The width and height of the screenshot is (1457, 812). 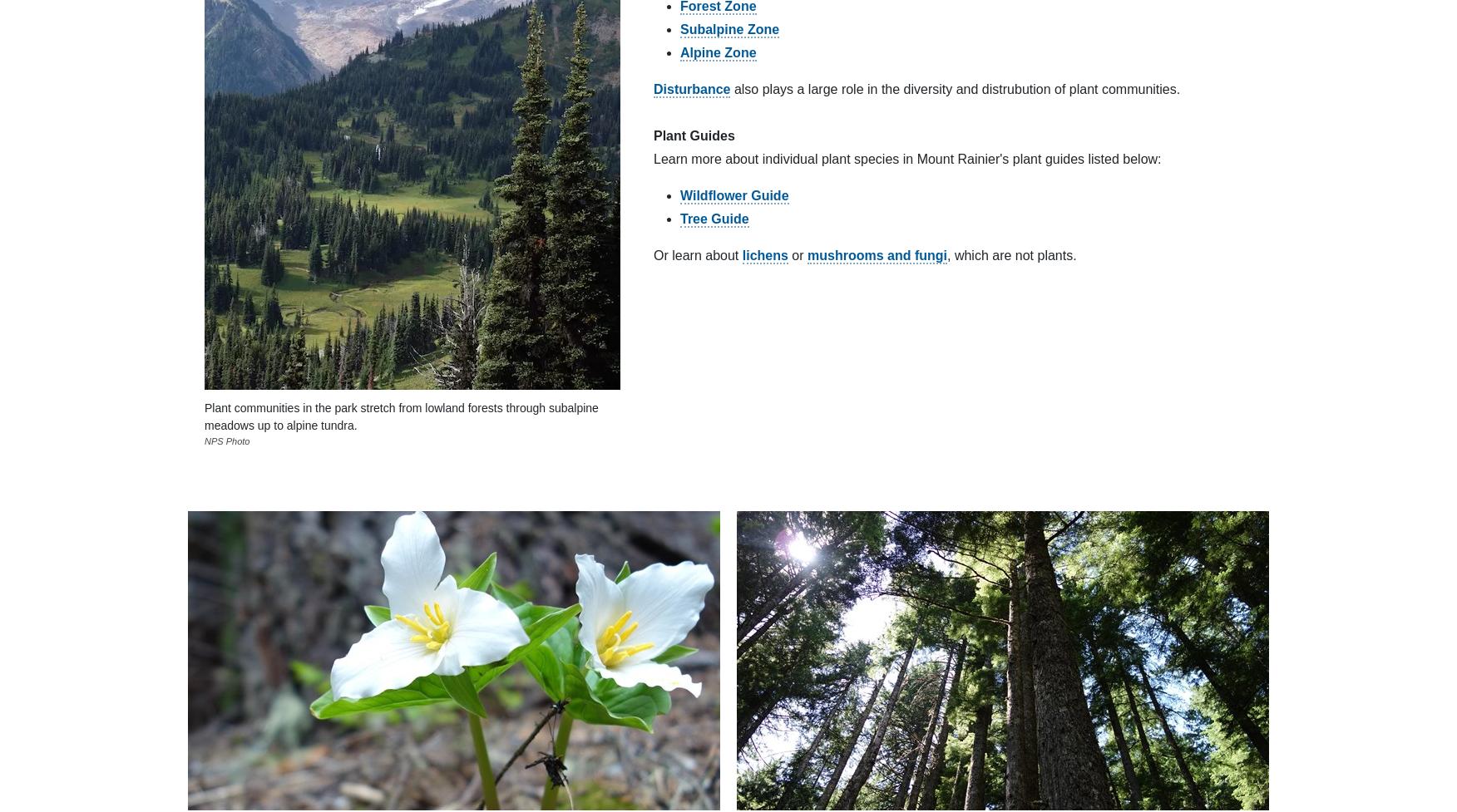 I want to click on 'An official form of the United States government.
          Provided by', so click(x=542, y=275).